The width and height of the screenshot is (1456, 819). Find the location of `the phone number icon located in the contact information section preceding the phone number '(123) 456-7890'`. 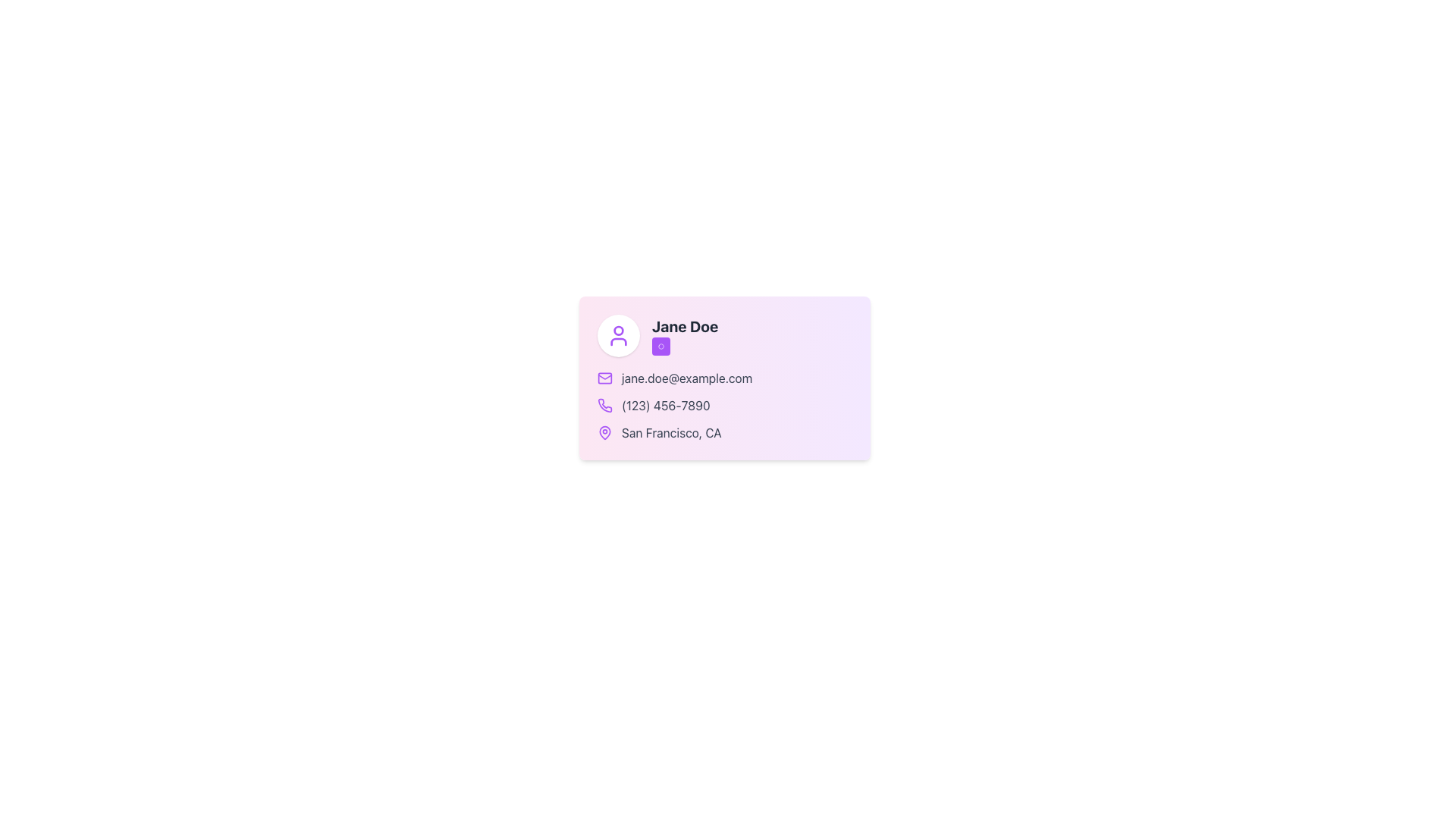

the phone number icon located in the contact information section preceding the phone number '(123) 456-7890' is located at coordinates (604, 405).